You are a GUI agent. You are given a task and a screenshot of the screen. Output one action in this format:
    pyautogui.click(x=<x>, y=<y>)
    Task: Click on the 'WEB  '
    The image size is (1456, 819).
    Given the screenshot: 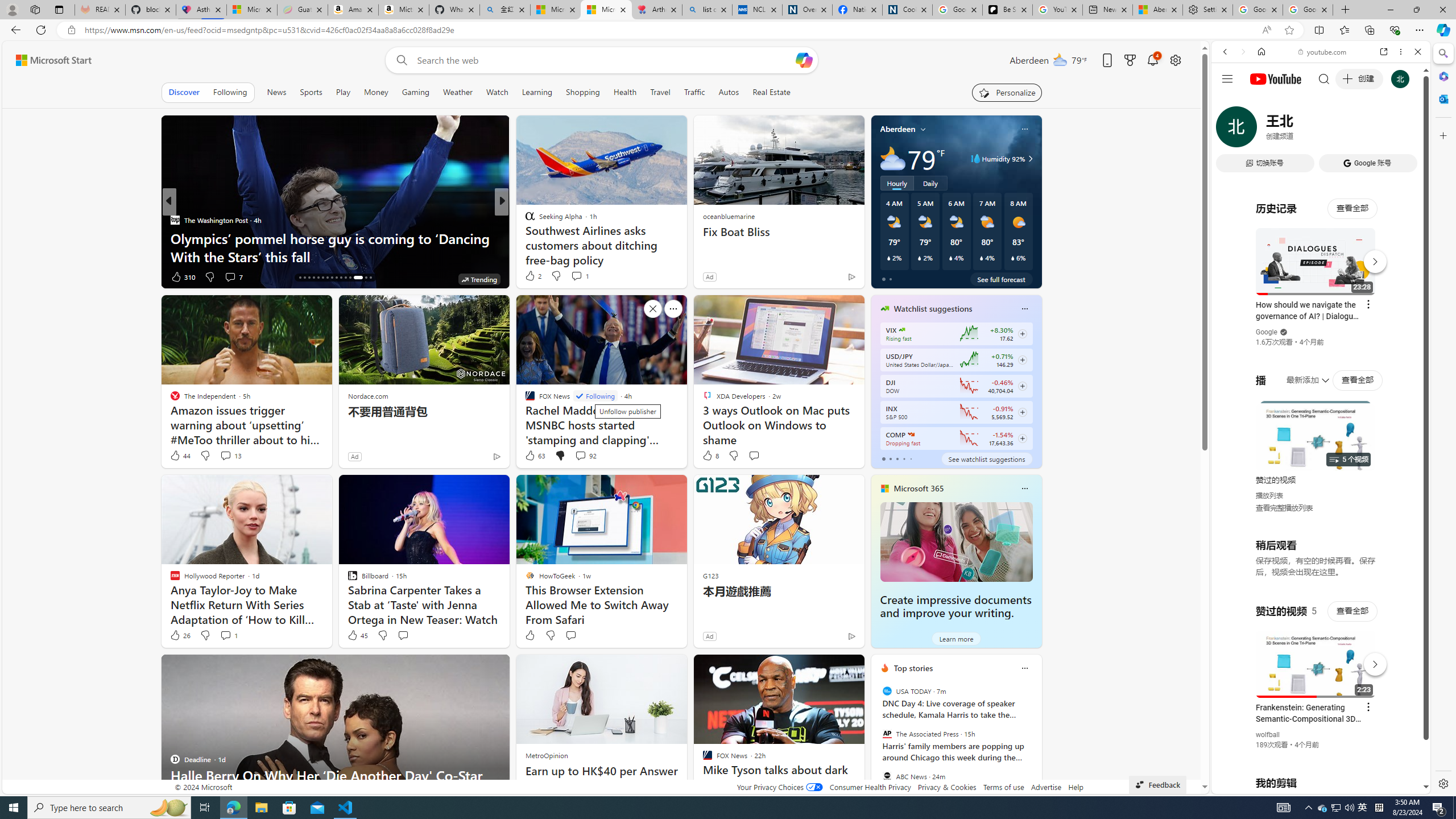 What is the action you would take?
    pyautogui.click(x=1230, y=130)
    